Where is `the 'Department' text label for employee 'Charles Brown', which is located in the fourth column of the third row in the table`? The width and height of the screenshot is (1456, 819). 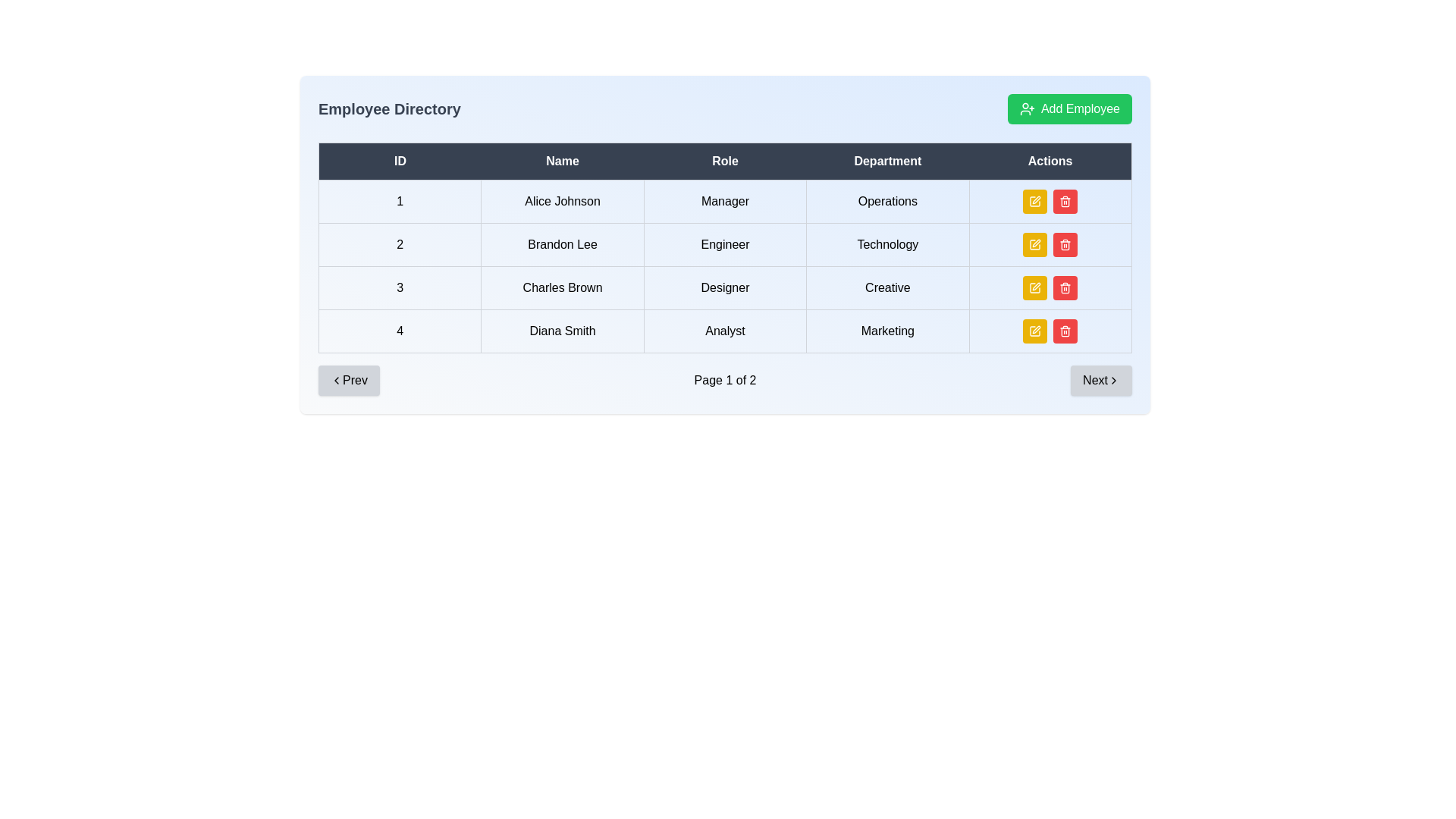
the 'Department' text label for employee 'Charles Brown', which is located in the fourth column of the third row in the table is located at coordinates (887, 288).